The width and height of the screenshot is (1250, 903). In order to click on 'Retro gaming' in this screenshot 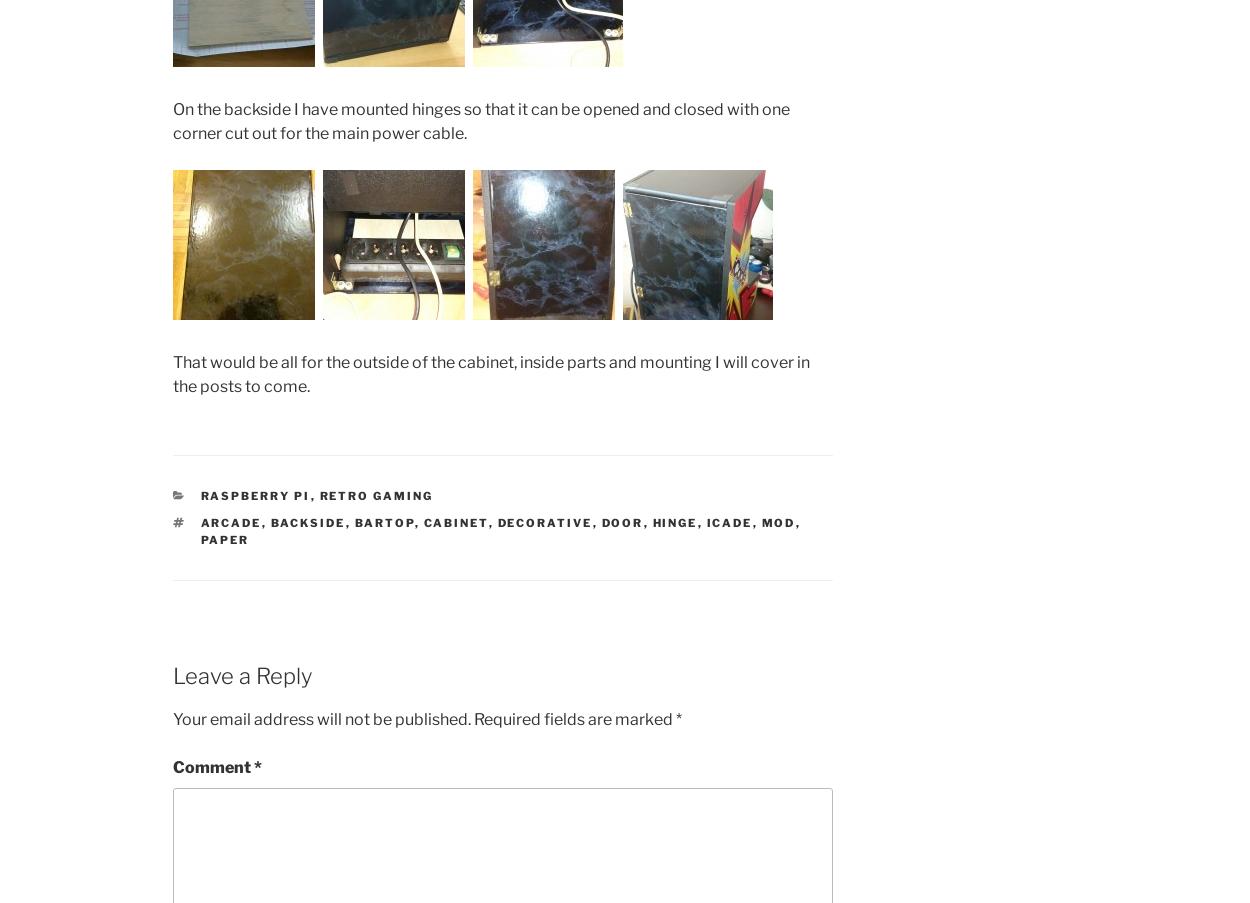, I will do `click(318, 495)`.